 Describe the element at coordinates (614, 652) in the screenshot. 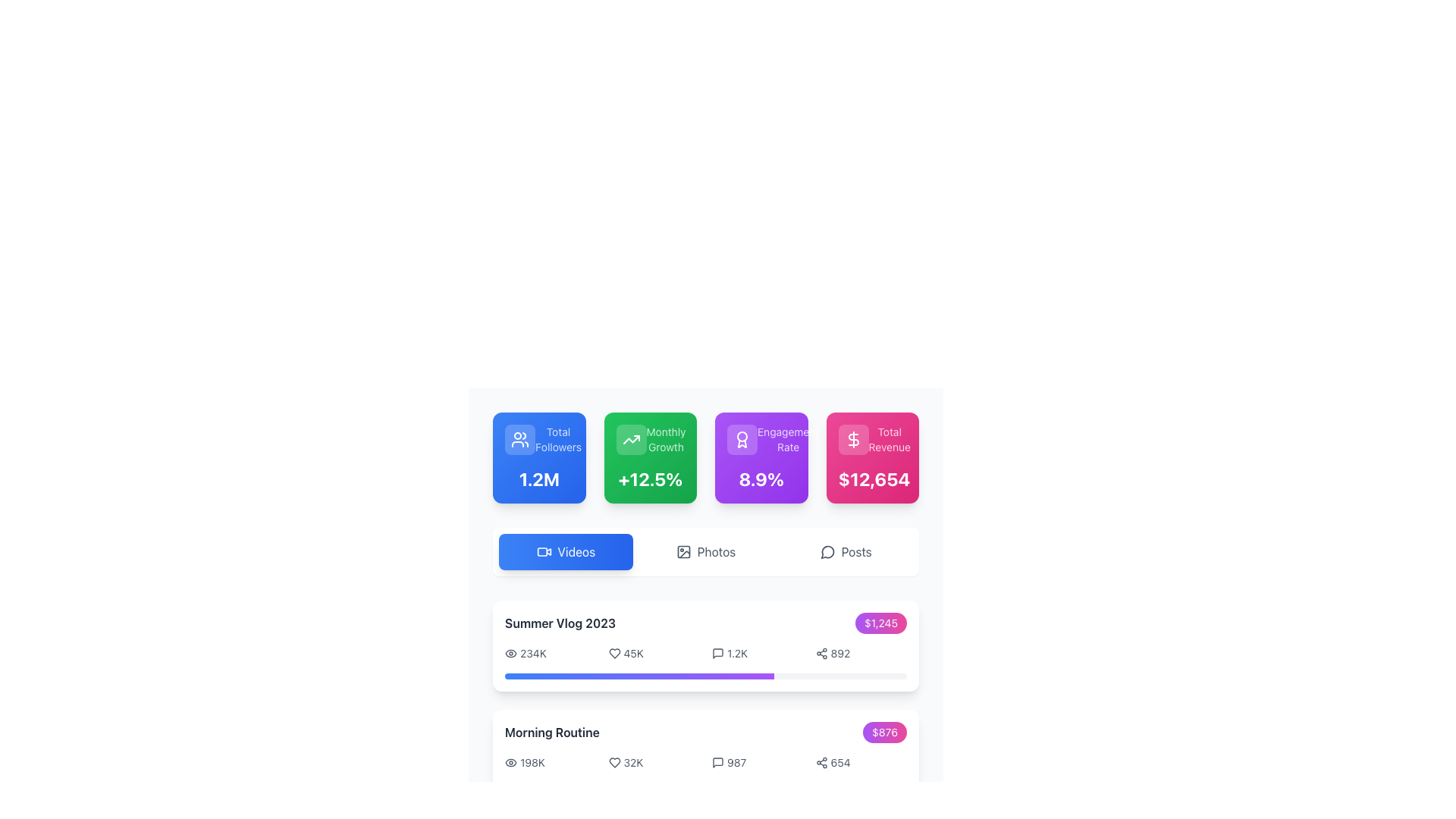

I see `the engagement icon for 'likes' or 'favorites' located next to the '45K' text in the 'Summer Vlog 2023' section` at that location.